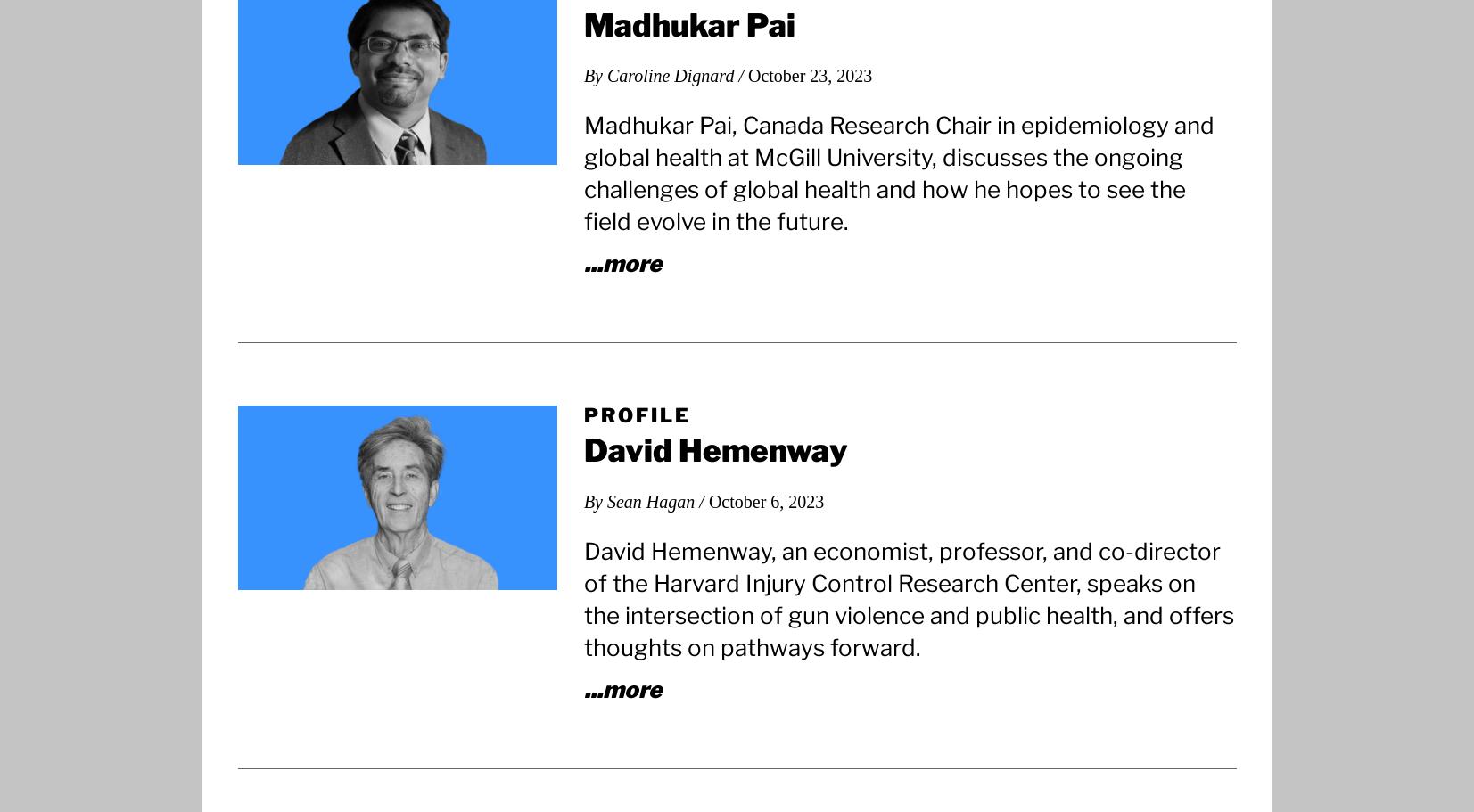 The image size is (1474, 812). Describe the element at coordinates (714, 450) in the screenshot. I see `'David Hemenway'` at that location.